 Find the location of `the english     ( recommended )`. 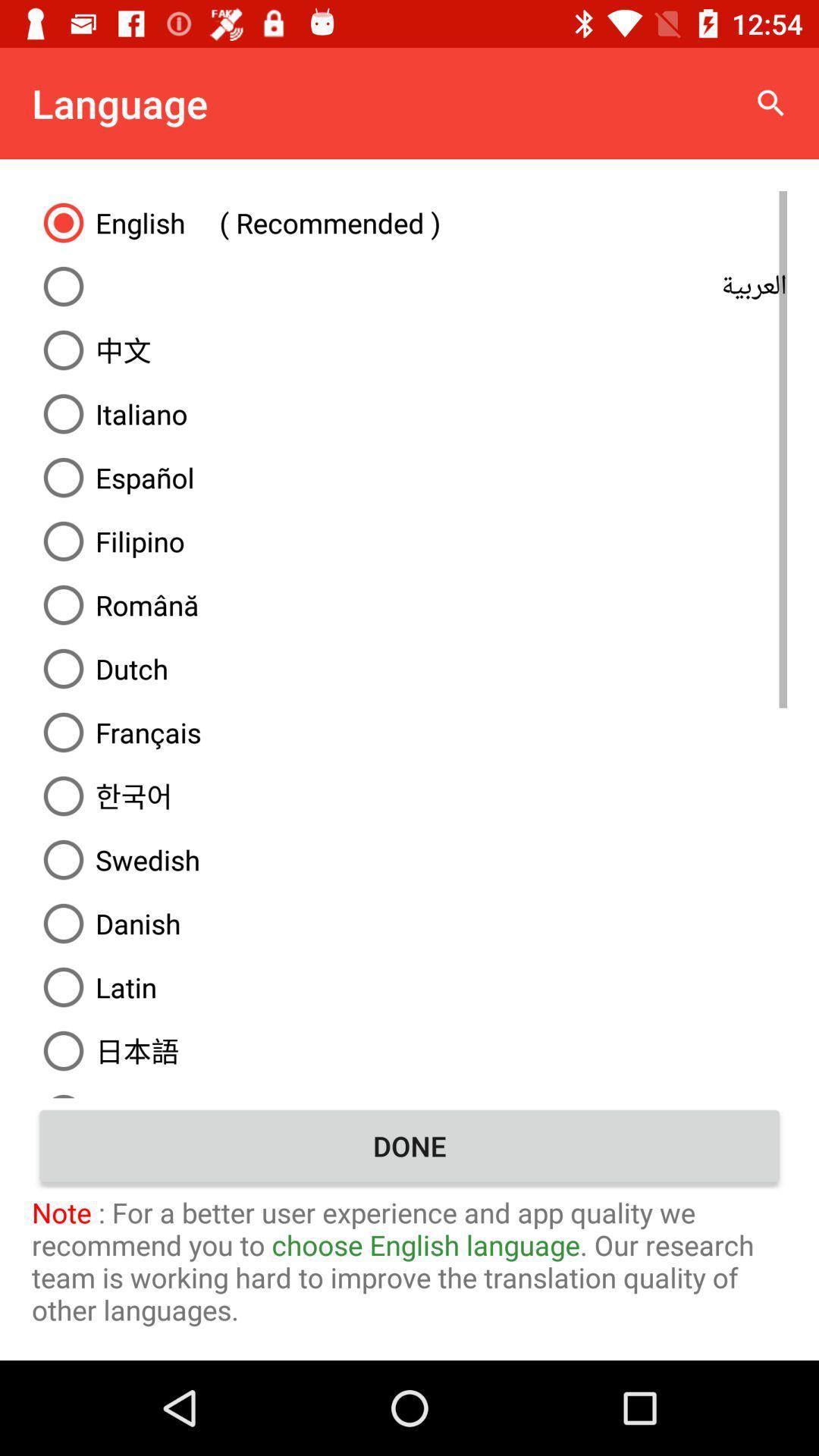

the english     ( recommended ) is located at coordinates (409, 221).